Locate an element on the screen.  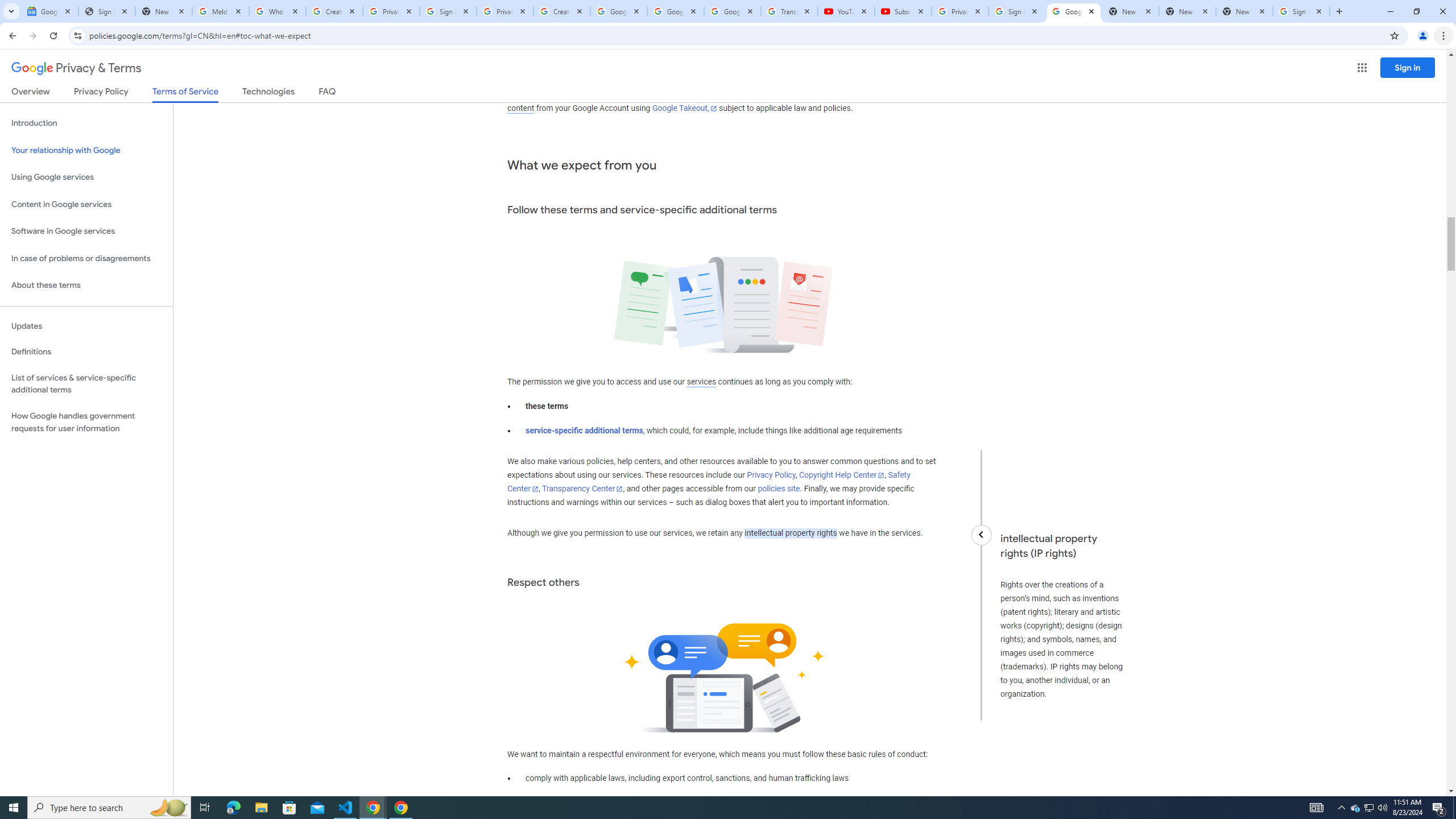
'New Tab' is located at coordinates (1244, 11).